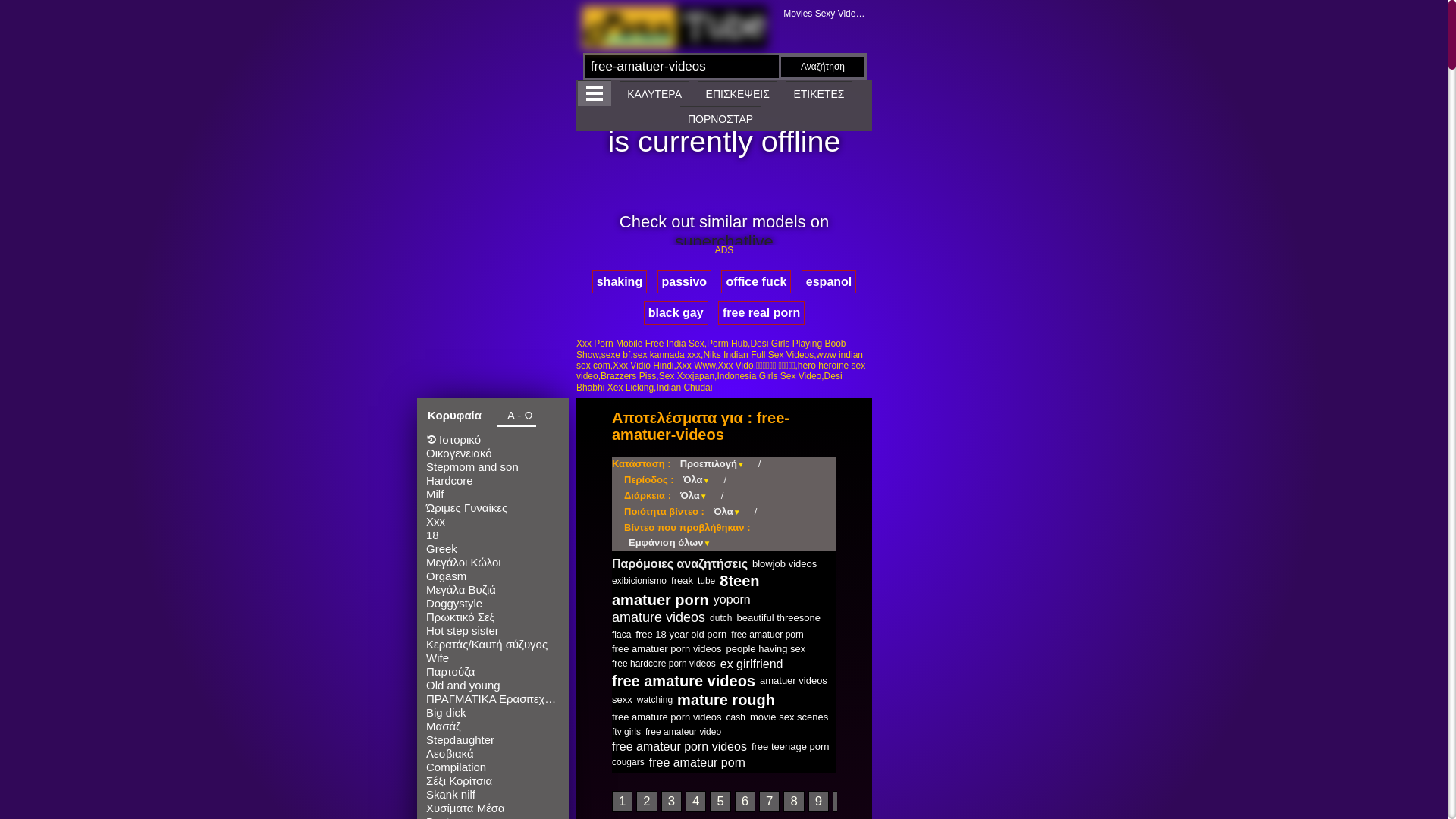 The width and height of the screenshot is (1456, 819). What do you see at coordinates (654, 699) in the screenshot?
I see `'watching'` at bounding box center [654, 699].